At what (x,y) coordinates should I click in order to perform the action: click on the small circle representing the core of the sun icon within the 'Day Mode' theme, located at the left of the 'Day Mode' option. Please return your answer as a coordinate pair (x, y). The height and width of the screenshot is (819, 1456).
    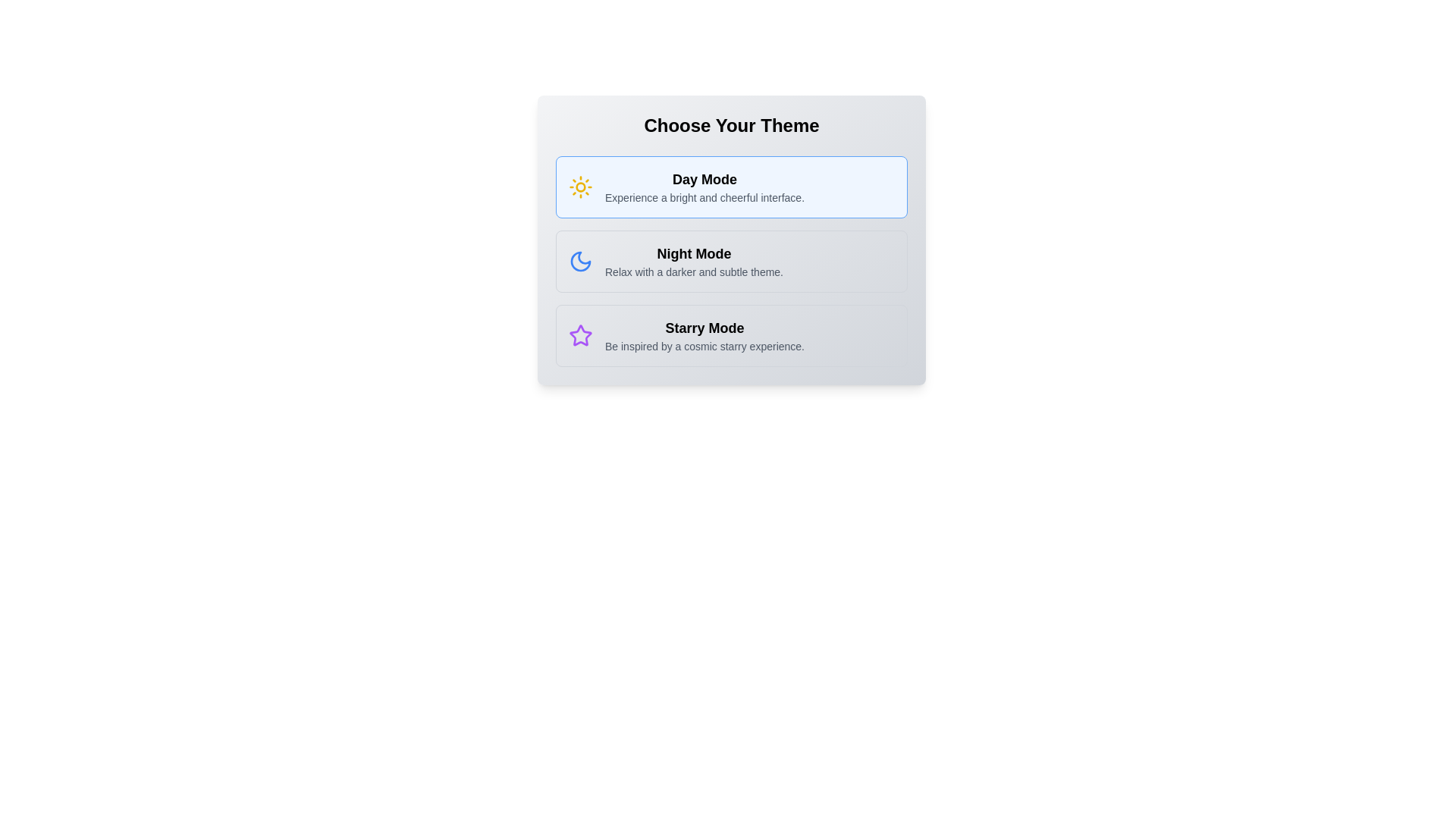
    Looking at the image, I should click on (580, 186).